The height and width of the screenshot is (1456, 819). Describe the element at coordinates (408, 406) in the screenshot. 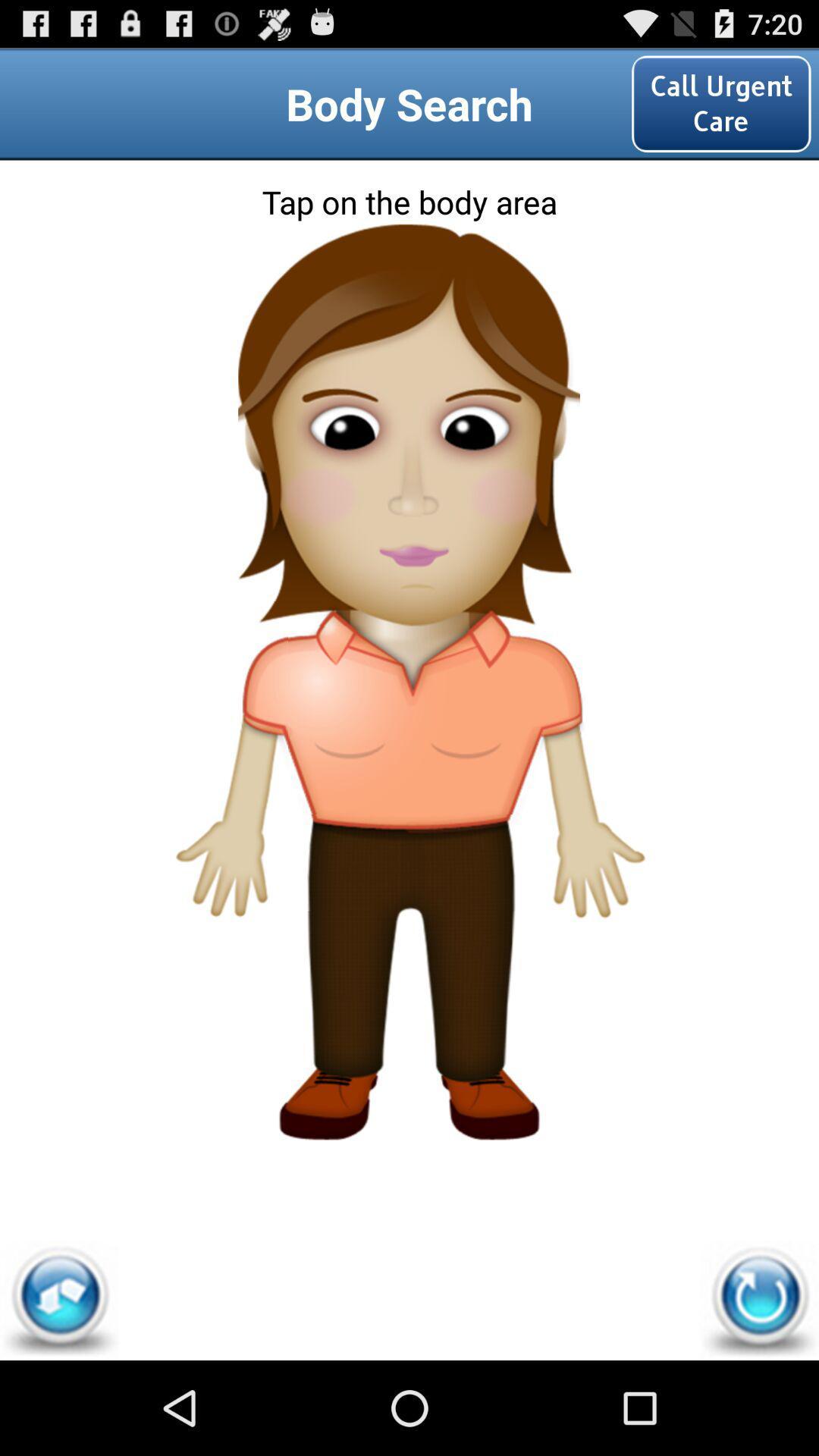

I see `eyes` at that location.